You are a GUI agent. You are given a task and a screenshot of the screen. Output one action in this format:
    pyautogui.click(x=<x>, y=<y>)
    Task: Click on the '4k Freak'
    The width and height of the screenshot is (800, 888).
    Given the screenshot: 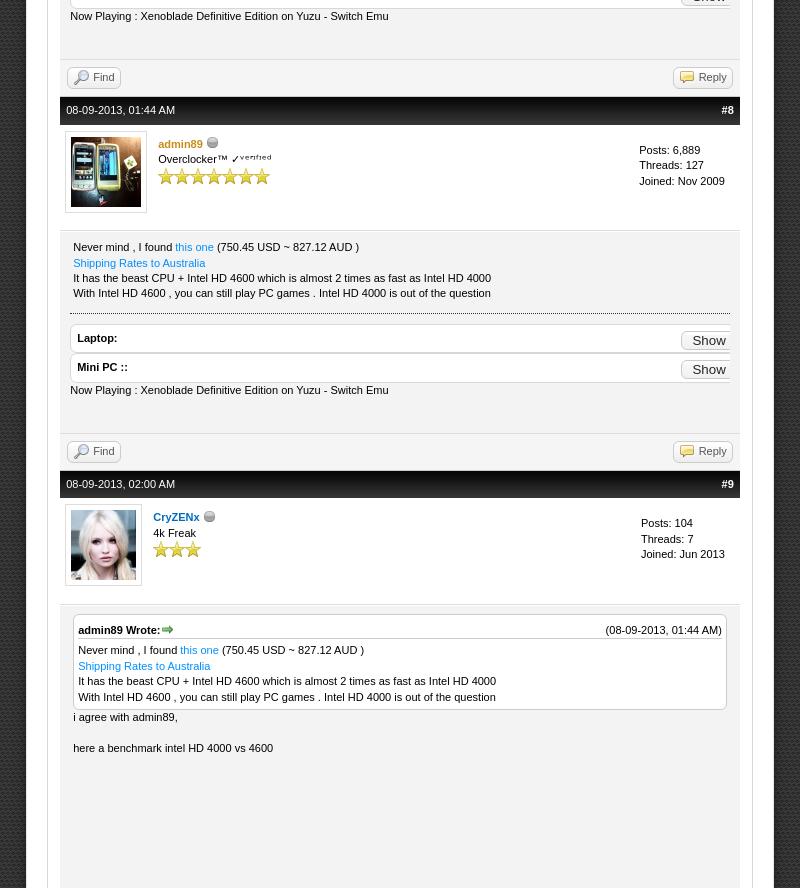 What is the action you would take?
    pyautogui.click(x=153, y=531)
    